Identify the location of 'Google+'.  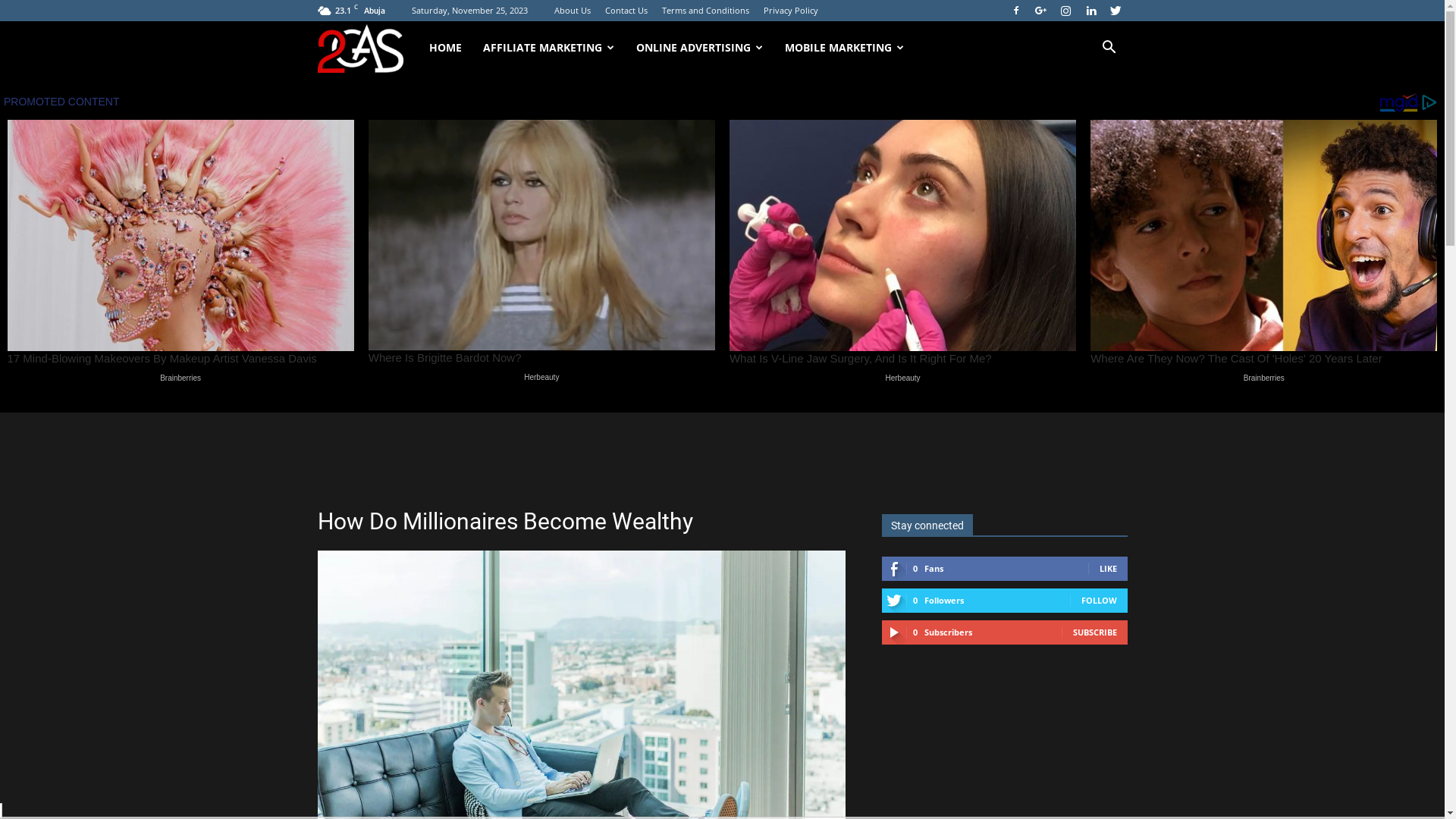
(1040, 11).